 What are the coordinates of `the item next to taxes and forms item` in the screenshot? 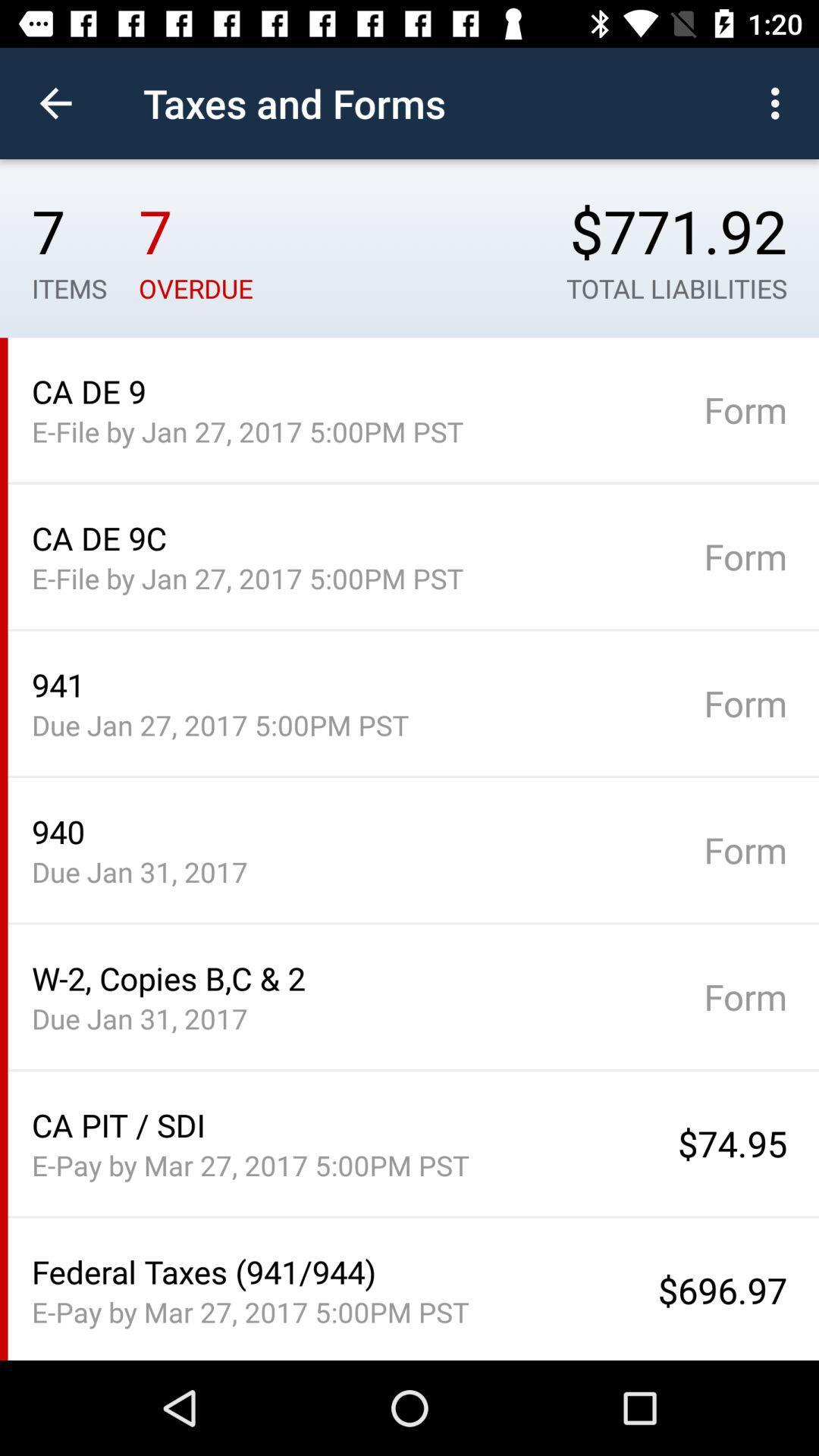 It's located at (55, 102).